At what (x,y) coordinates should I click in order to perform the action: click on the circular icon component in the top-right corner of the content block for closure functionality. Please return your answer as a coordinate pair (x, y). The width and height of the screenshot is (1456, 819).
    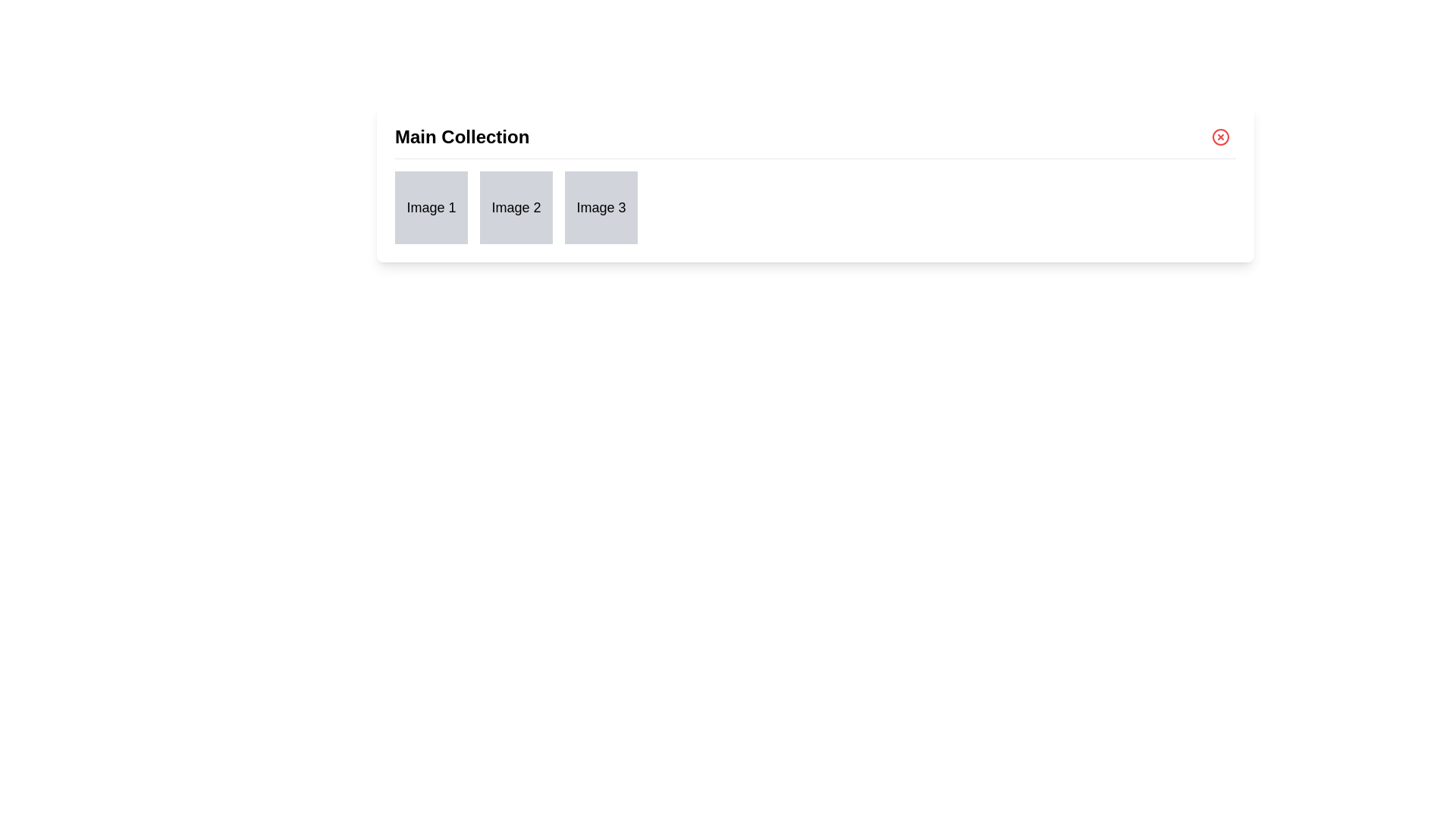
    Looking at the image, I should click on (1220, 137).